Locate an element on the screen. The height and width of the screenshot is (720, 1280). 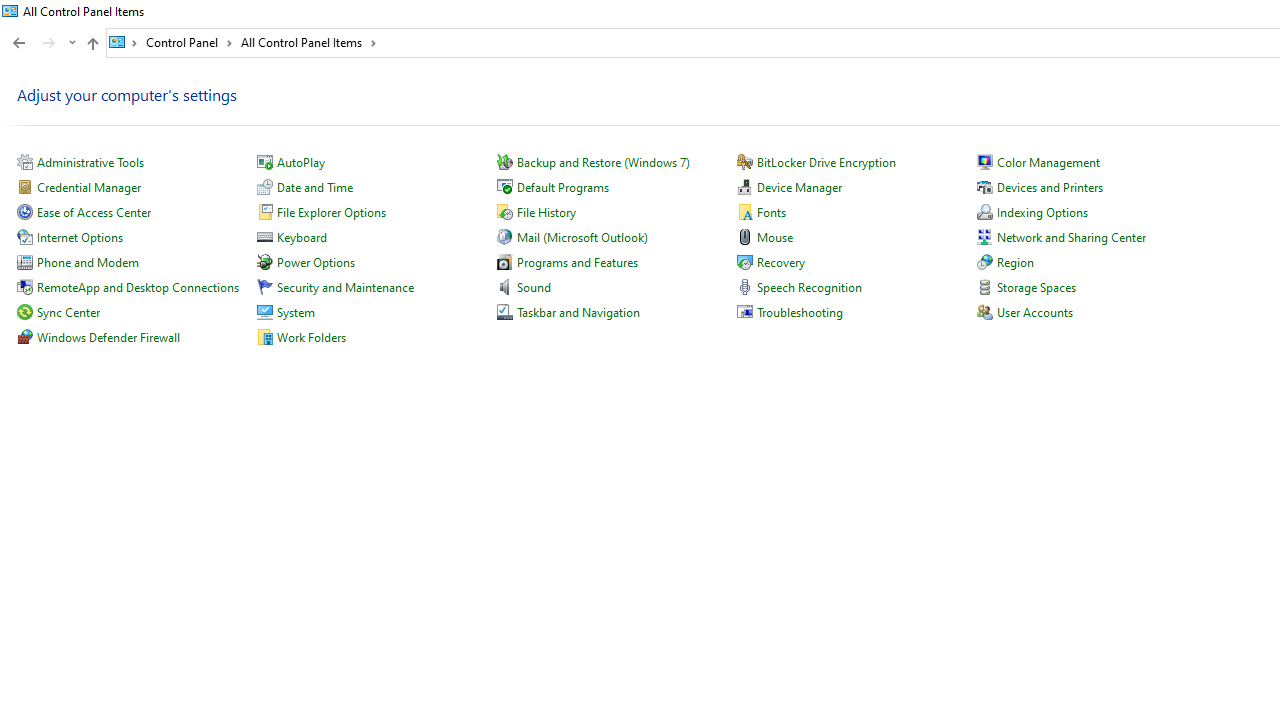
'Mouse' is located at coordinates (774, 236).